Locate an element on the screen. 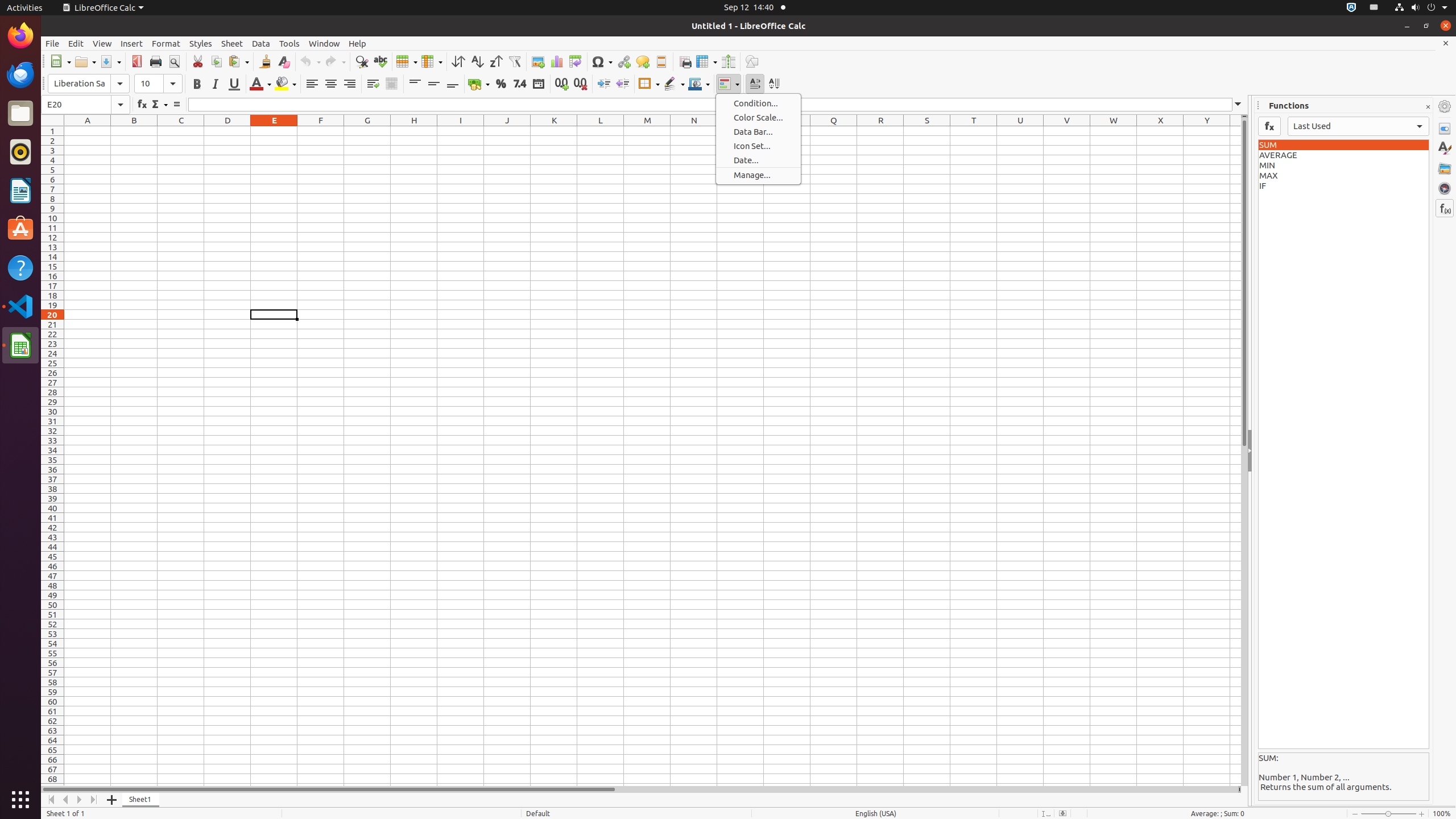  'Ubuntu Software' is located at coordinates (20, 229).